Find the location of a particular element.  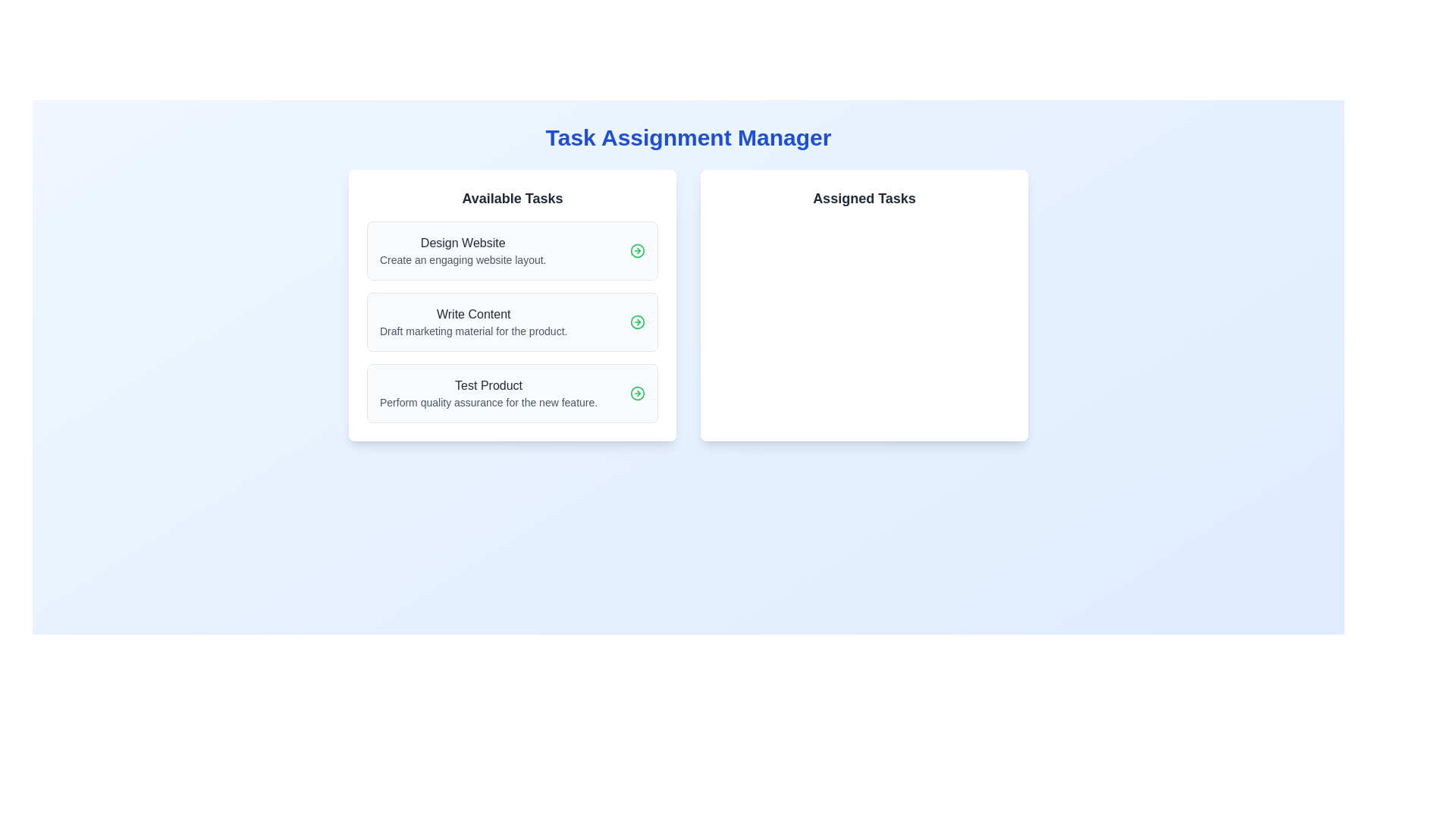

the 'Assigned Tasks' card, which is a white rectangular card with rounded corners located in the right half of the grid layout is located at coordinates (864, 305).